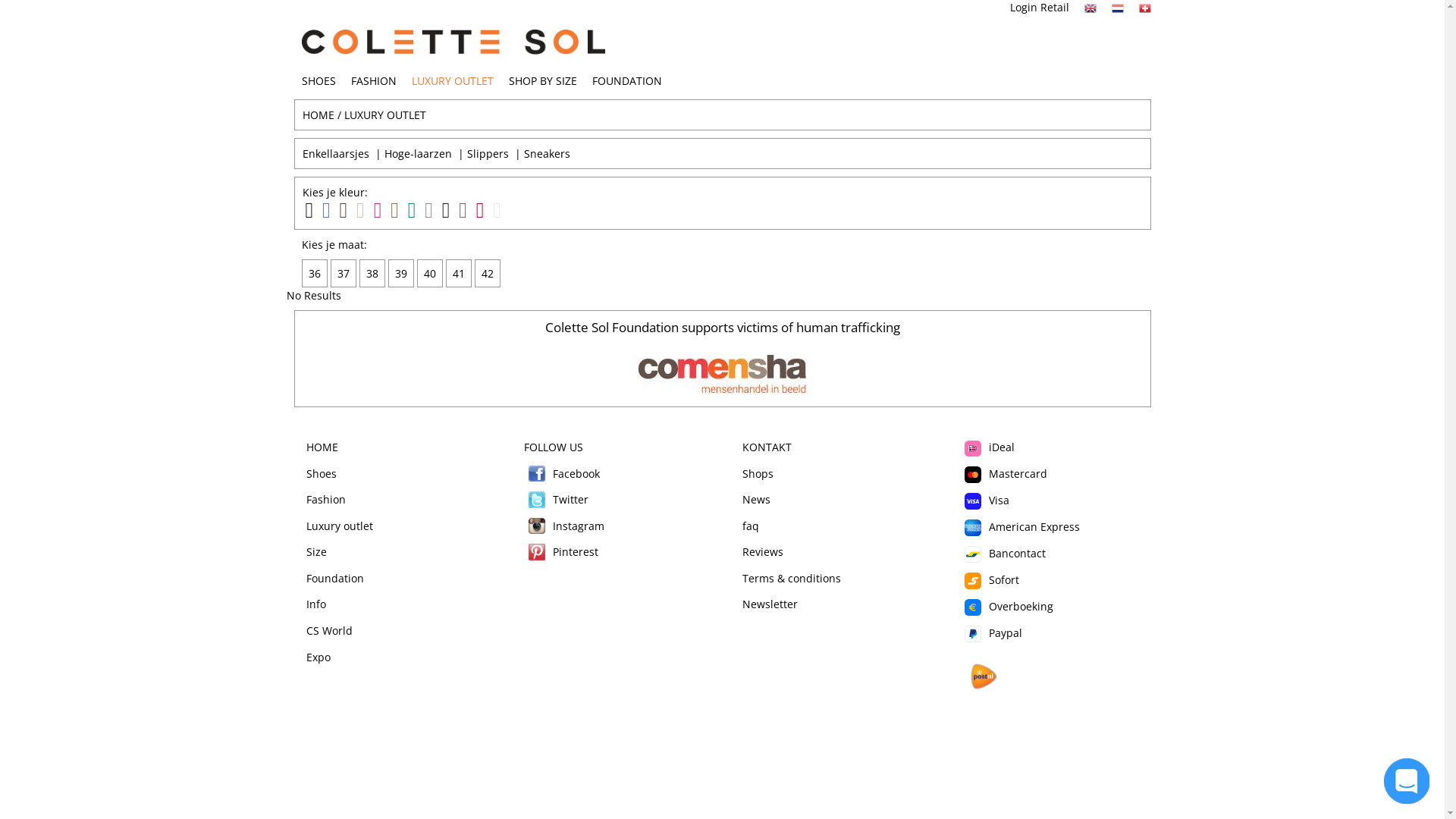  Describe the element at coordinates (431, 273) in the screenshot. I see `'40 '` at that location.